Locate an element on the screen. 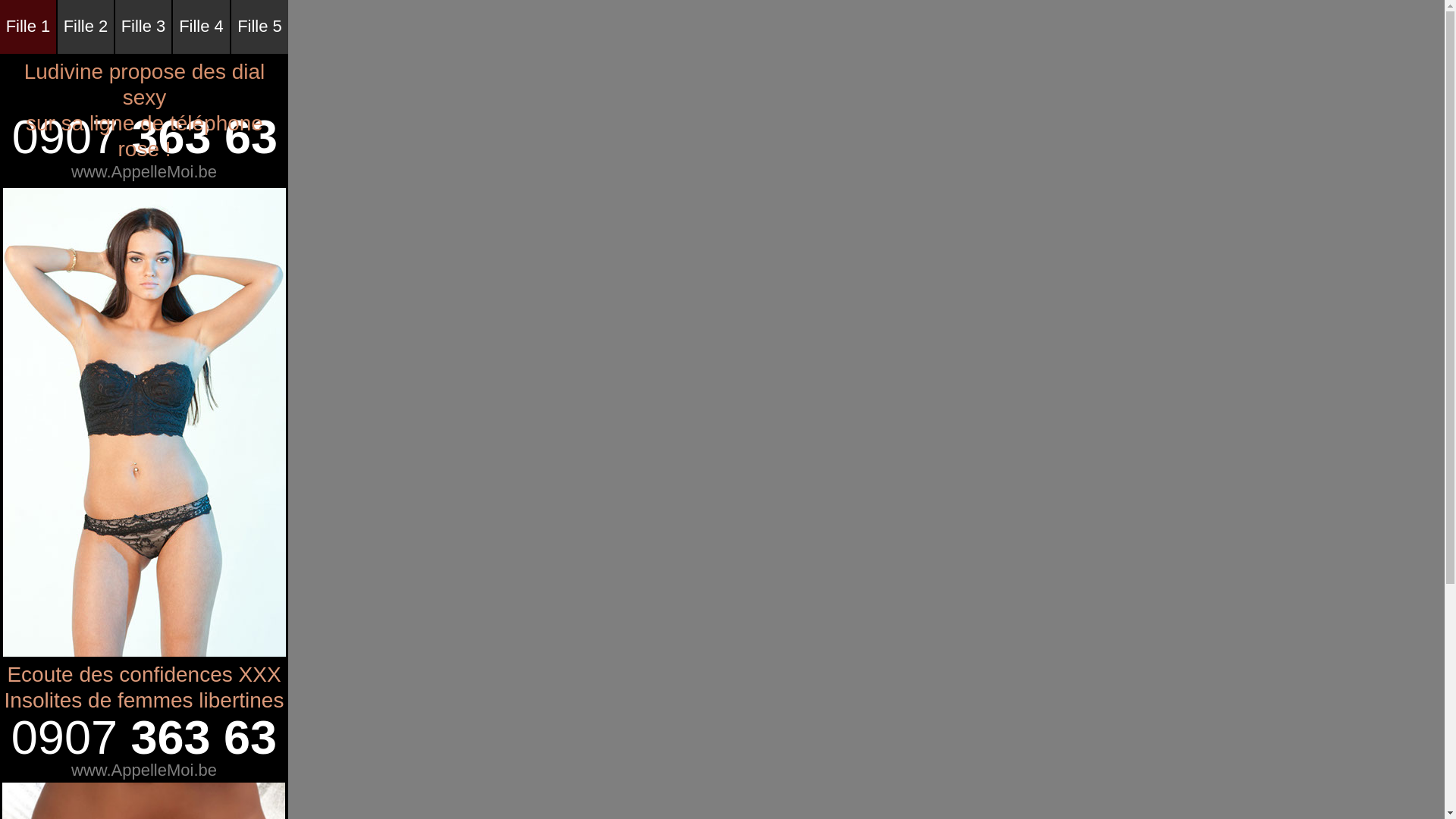 The width and height of the screenshot is (1456, 819). 'Fille 4' is located at coordinates (172, 27).